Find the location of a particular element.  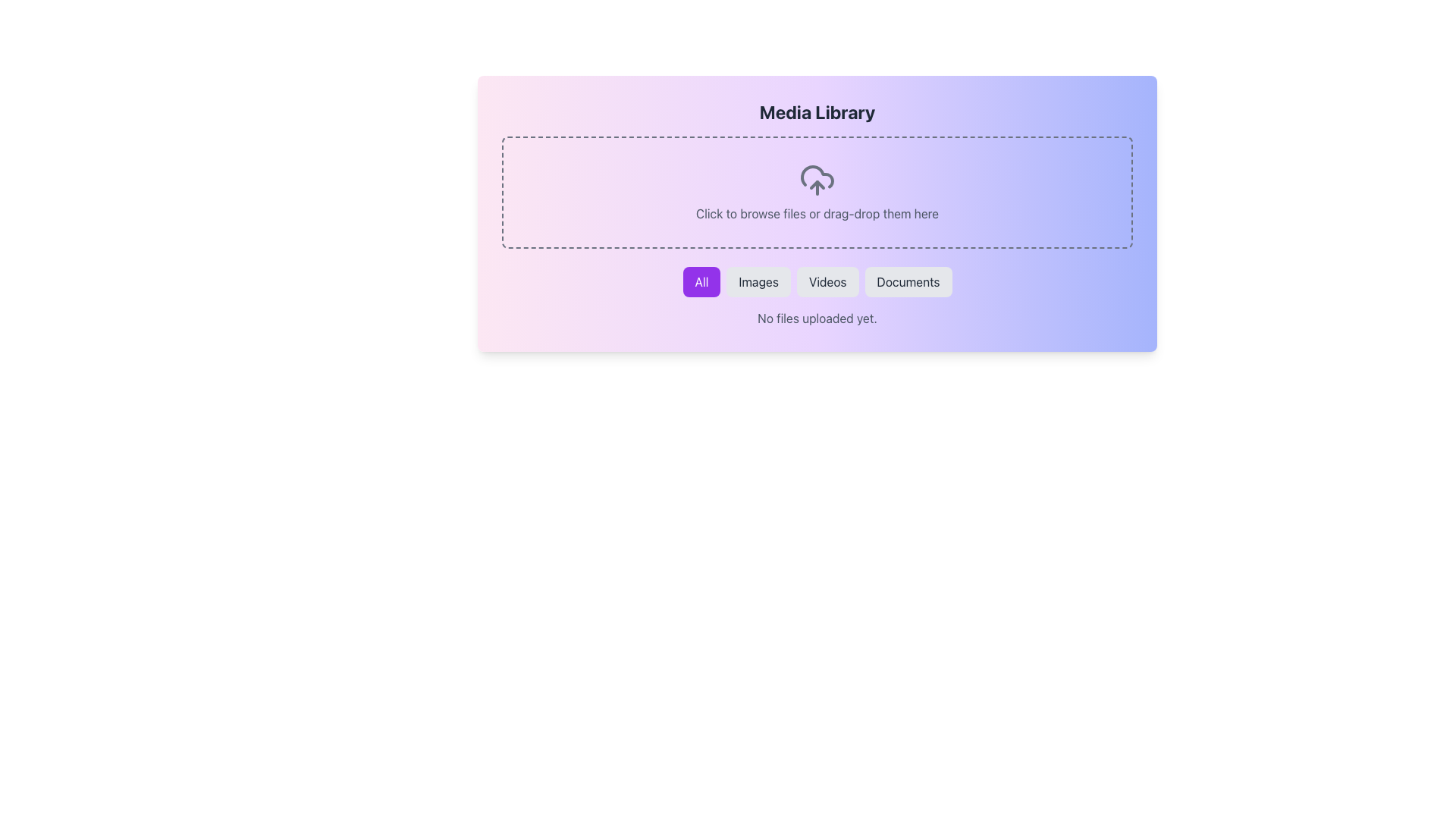

the fourth button in the horizontal group of buttons in the 'Media Library' card interface to filter the displayed content for documents is located at coordinates (908, 281).